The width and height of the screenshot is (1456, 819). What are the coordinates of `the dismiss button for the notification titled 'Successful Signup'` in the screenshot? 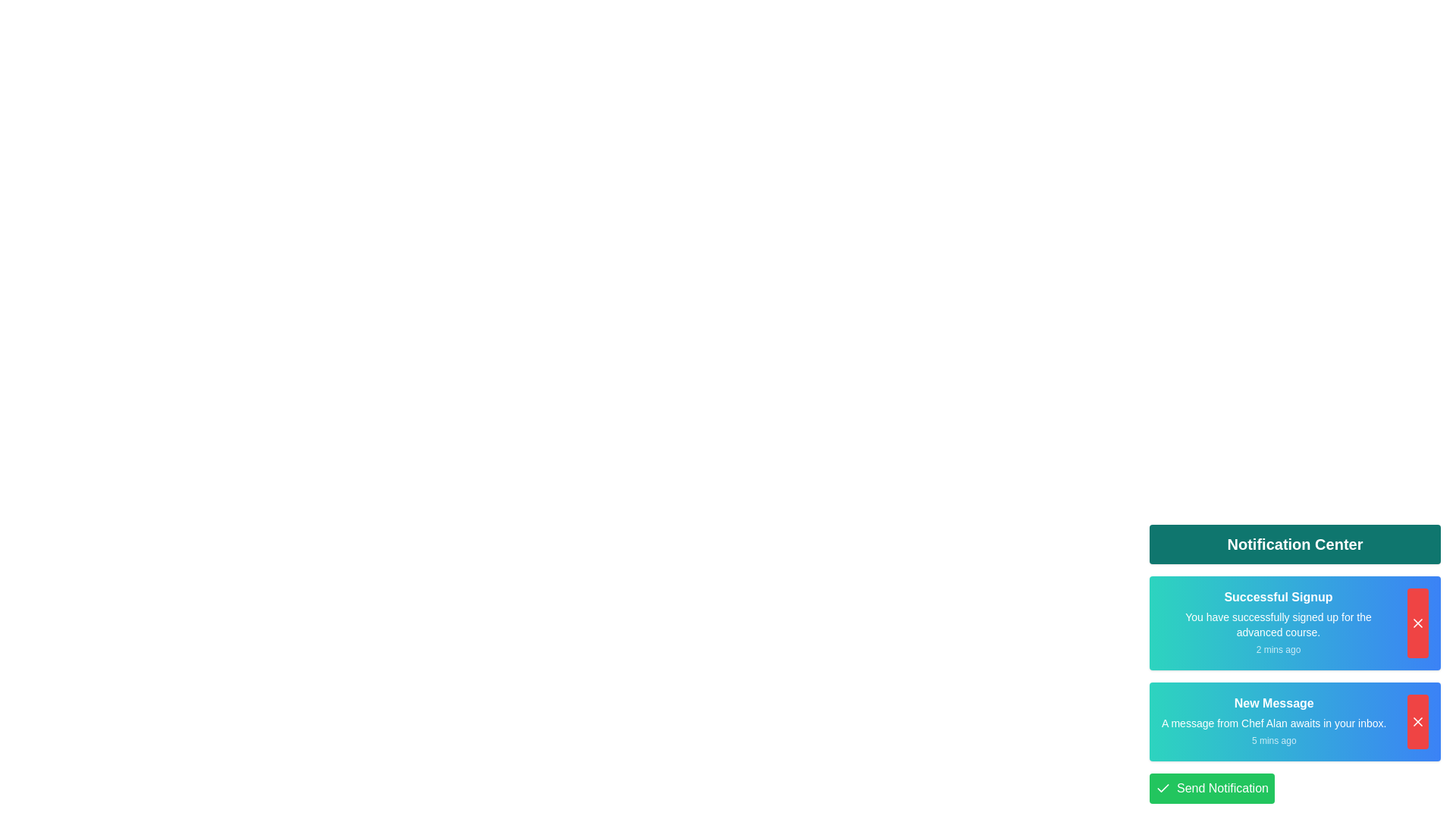 It's located at (1417, 623).